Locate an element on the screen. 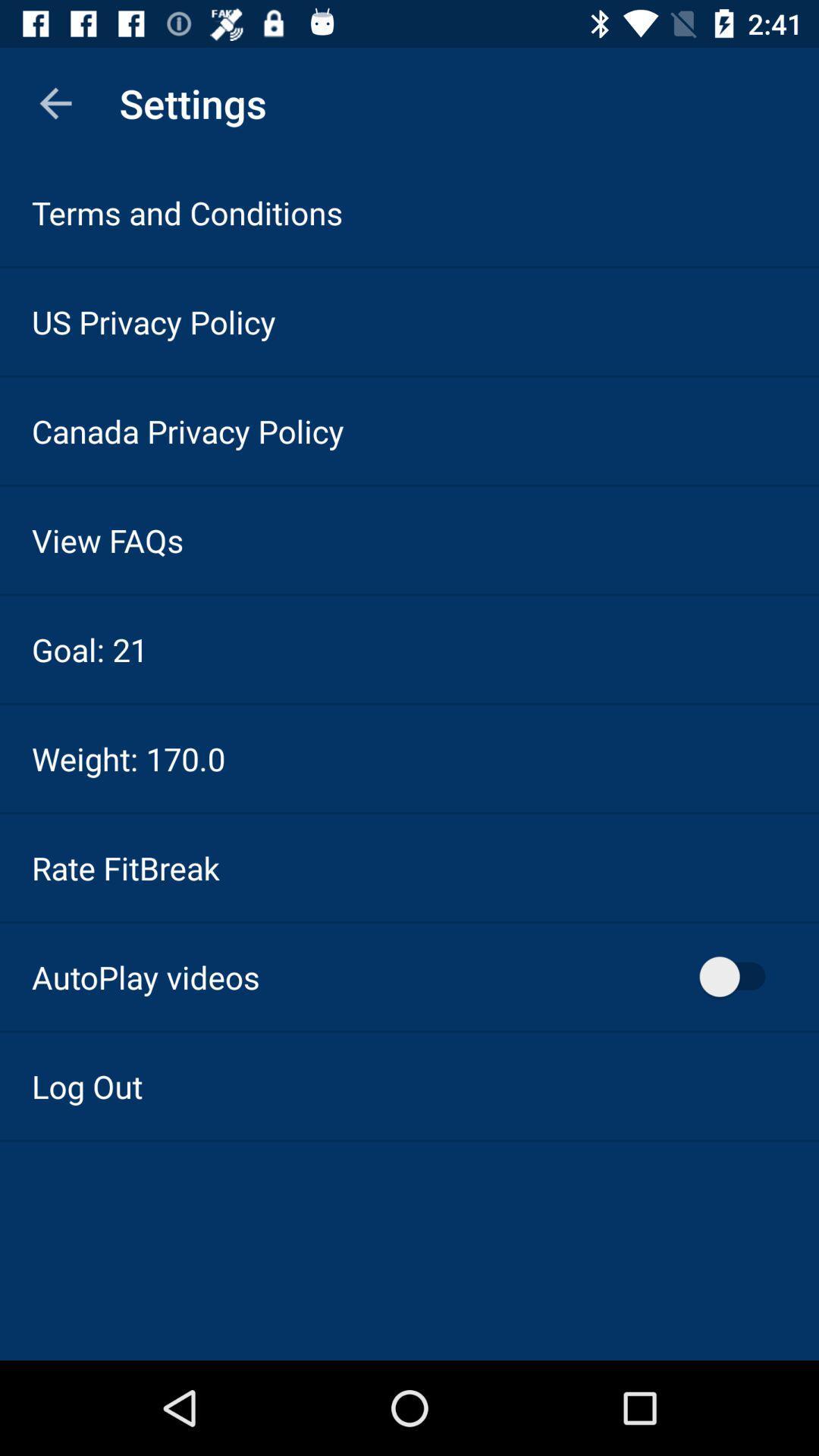 The width and height of the screenshot is (819, 1456). item next to the autoplay videos item is located at coordinates (739, 977).